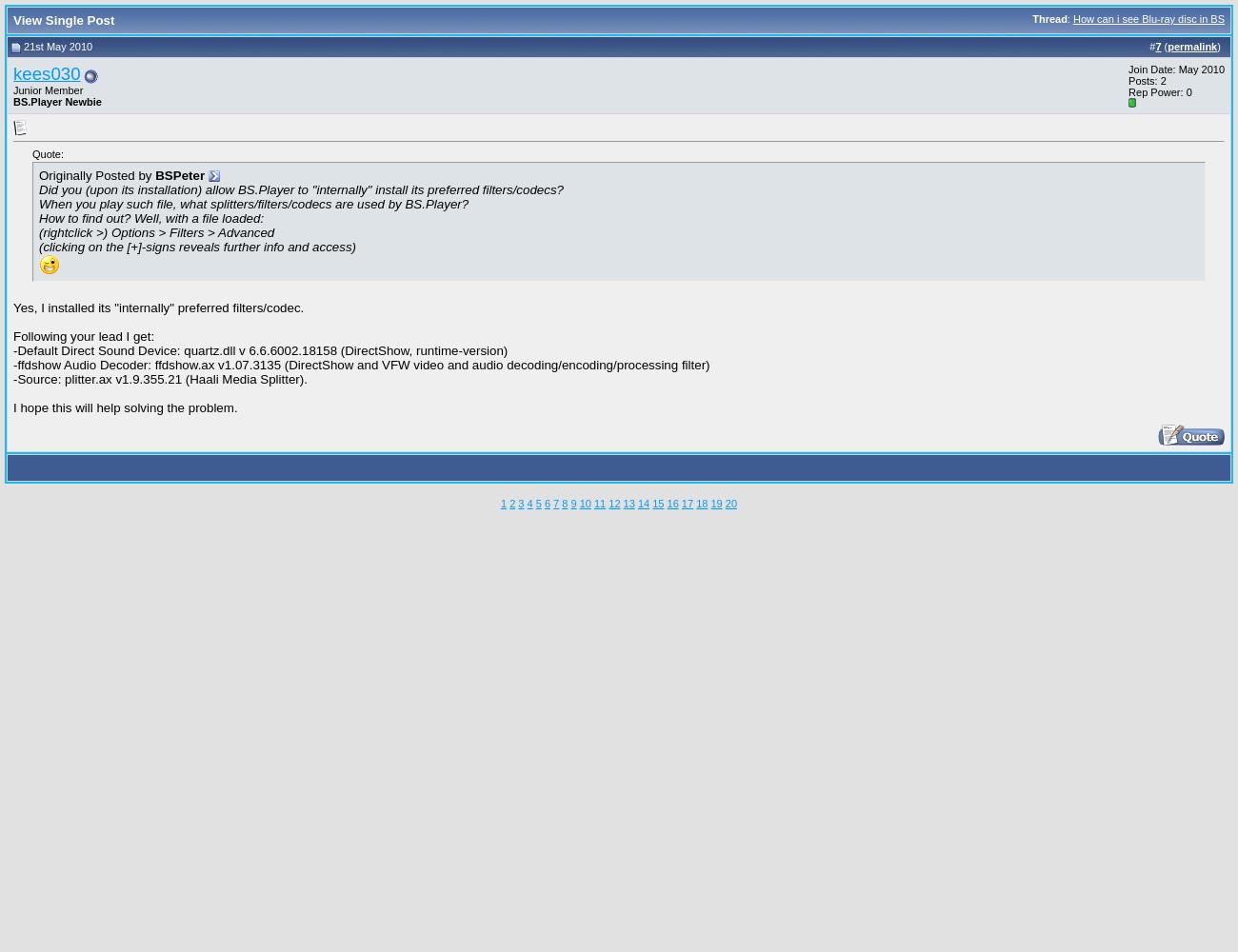  What do you see at coordinates (622, 503) in the screenshot?
I see `'13'` at bounding box center [622, 503].